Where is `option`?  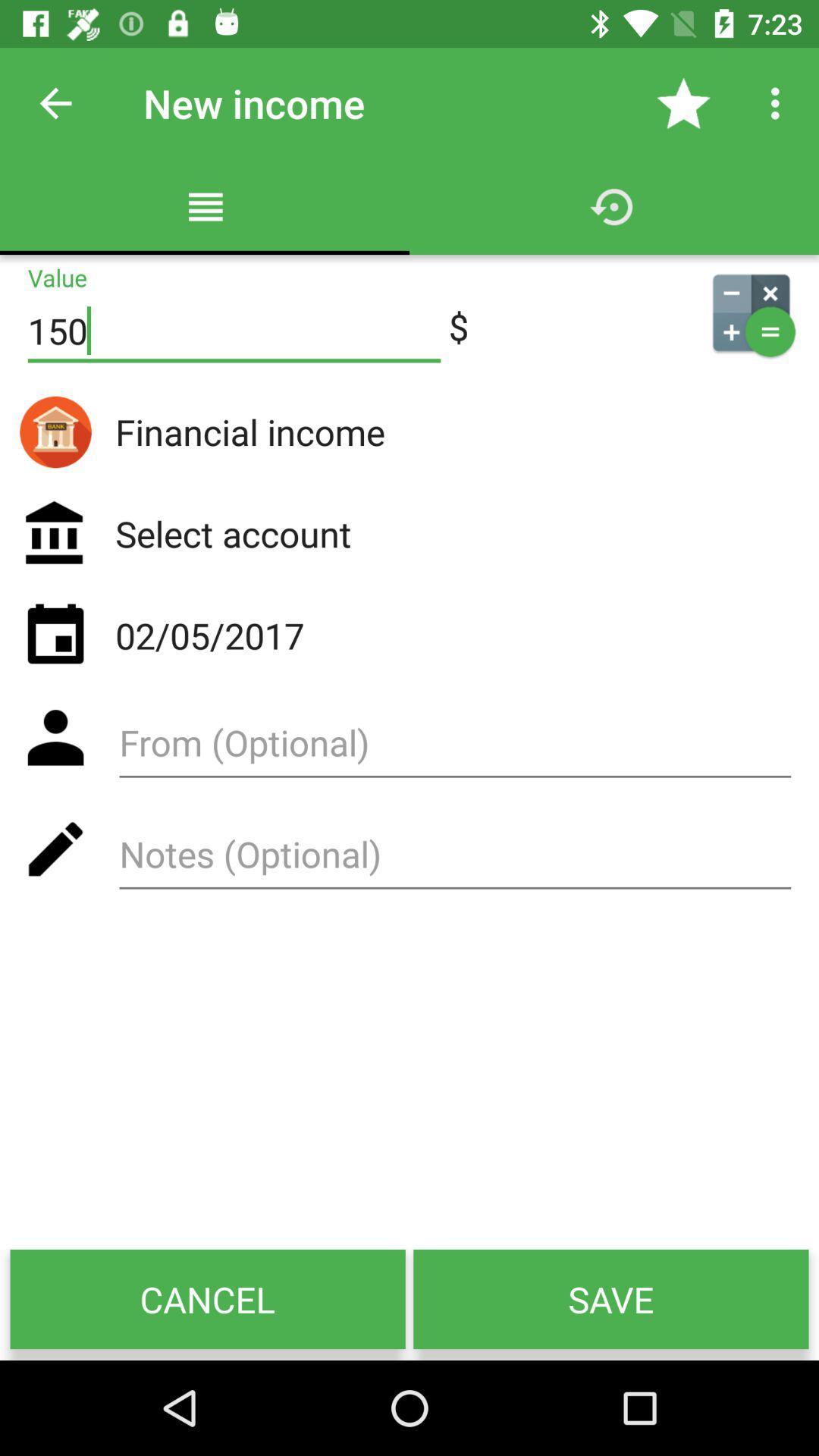
option is located at coordinates (454, 748).